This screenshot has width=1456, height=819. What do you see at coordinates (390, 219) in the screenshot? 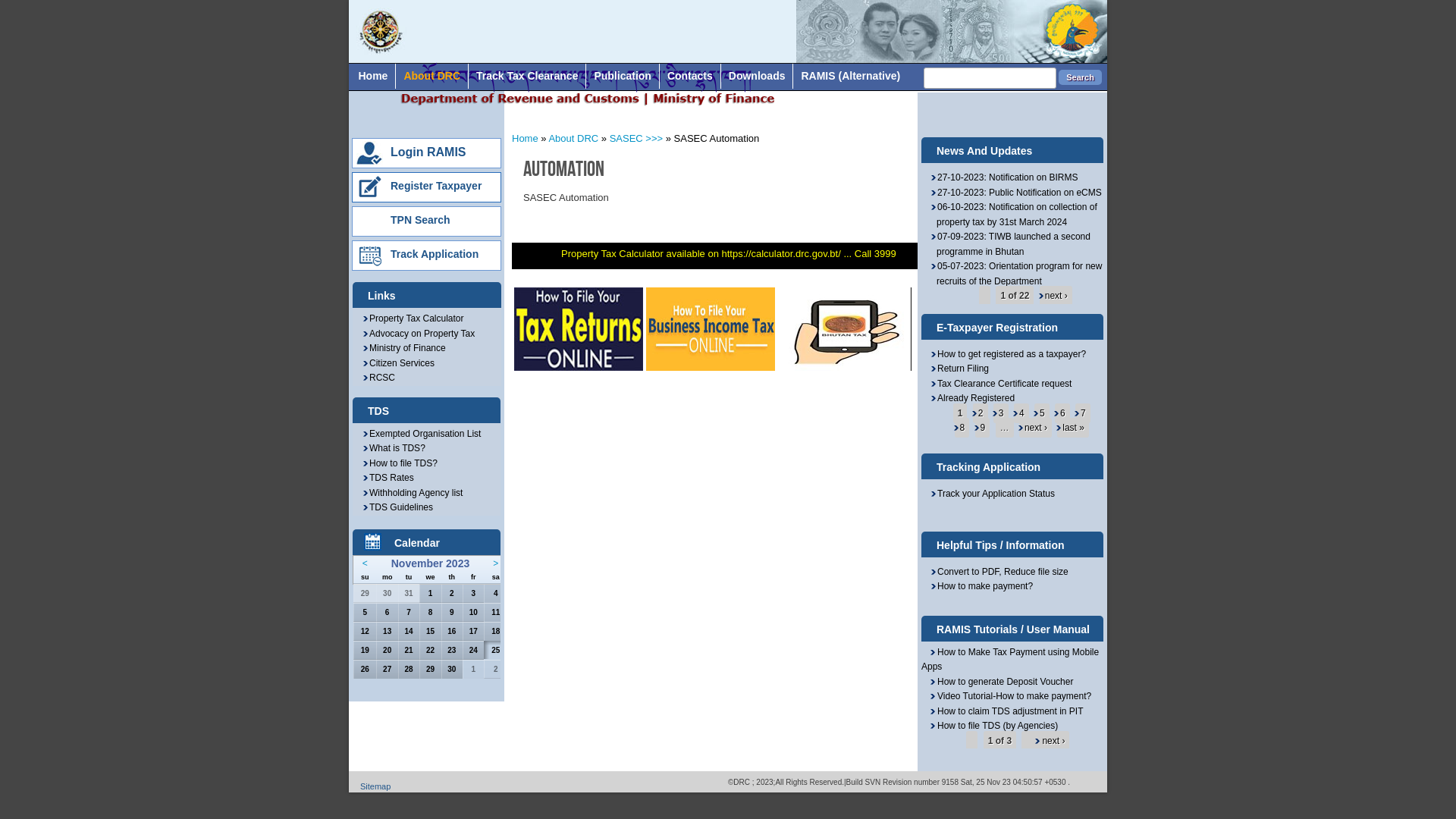
I see `'TPN Search'` at bounding box center [390, 219].